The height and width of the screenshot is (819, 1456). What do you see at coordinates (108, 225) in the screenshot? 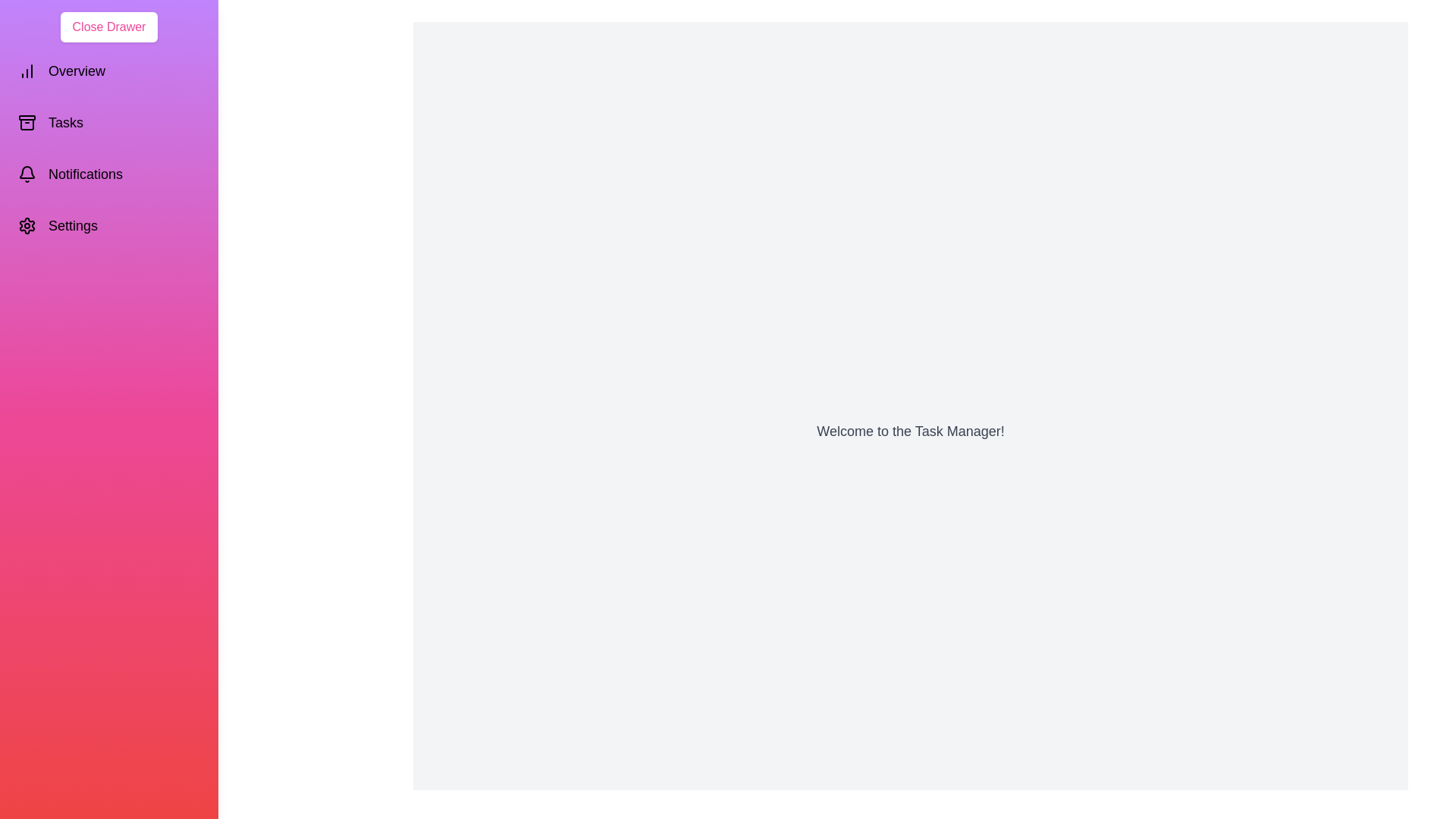
I see `the 'Settings' section in the drawer` at bounding box center [108, 225].